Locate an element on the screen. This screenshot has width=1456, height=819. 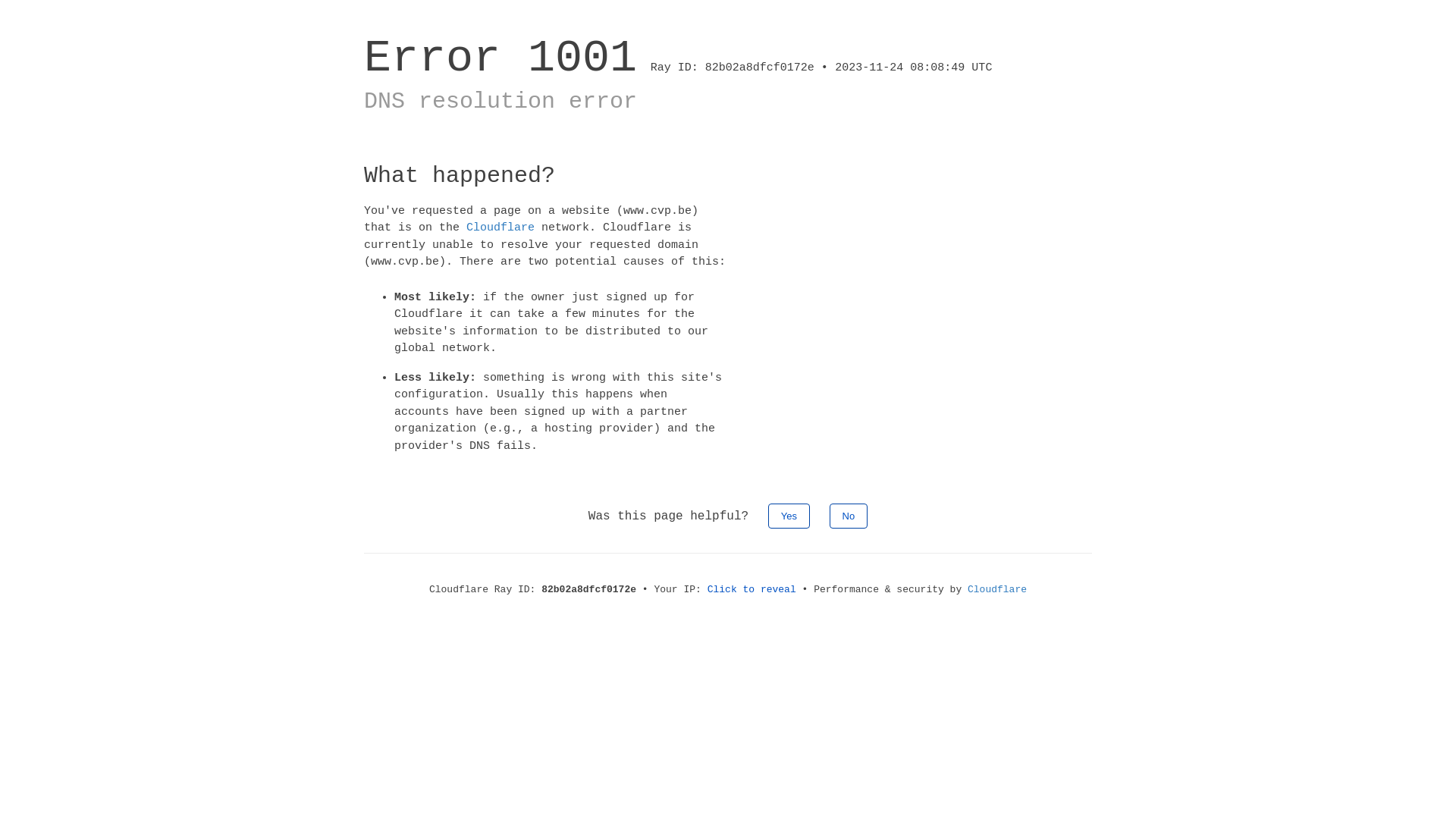
'Click to reveal' is located at coordinates (752, 588).